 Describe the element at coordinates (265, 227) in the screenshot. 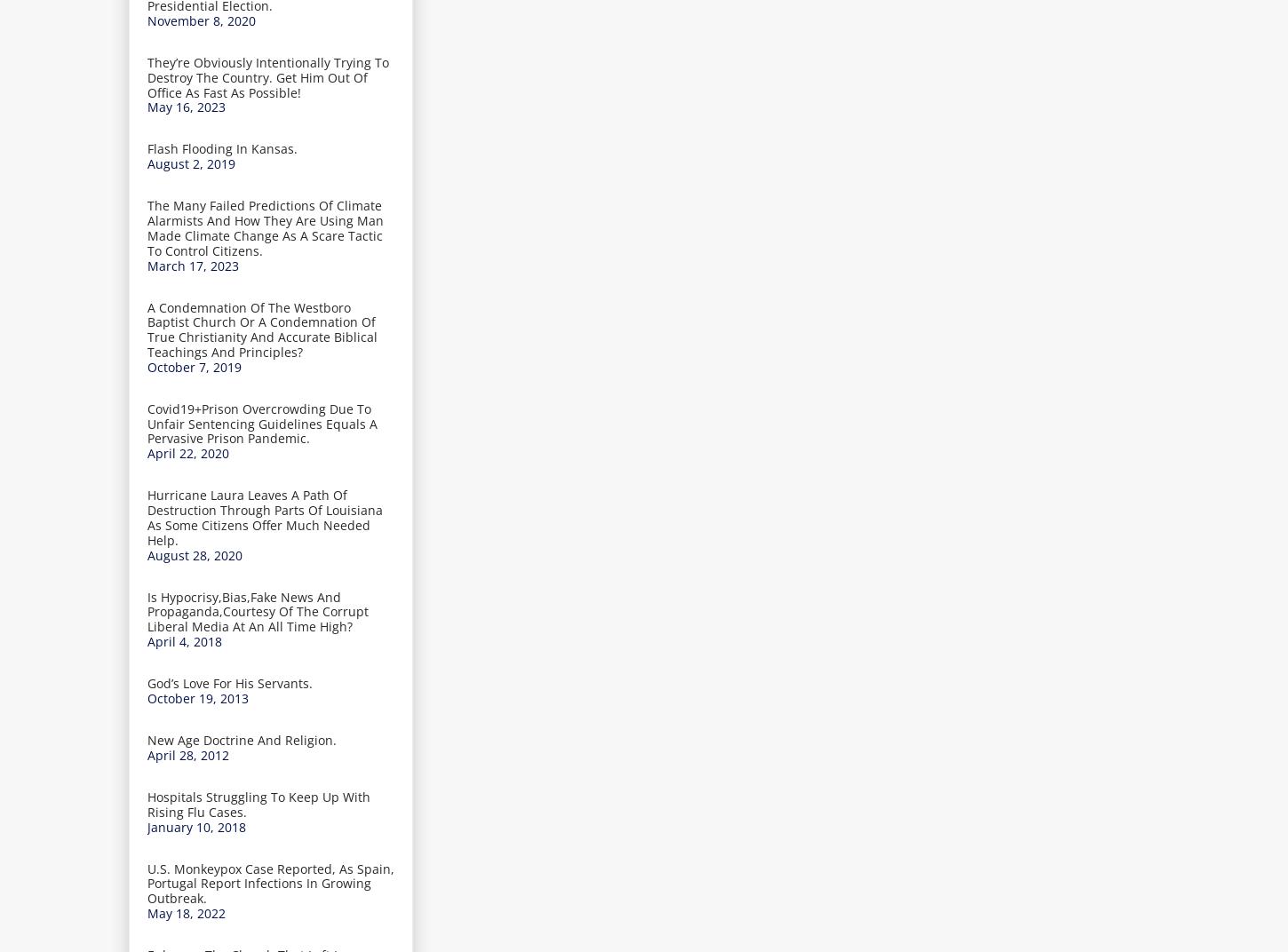

I see `'The Many Failed Predictions Of Climate Alarmists And How They Are Using Man Made Climate Change As A Scare Tactic To Control Citizens.'` at that location.